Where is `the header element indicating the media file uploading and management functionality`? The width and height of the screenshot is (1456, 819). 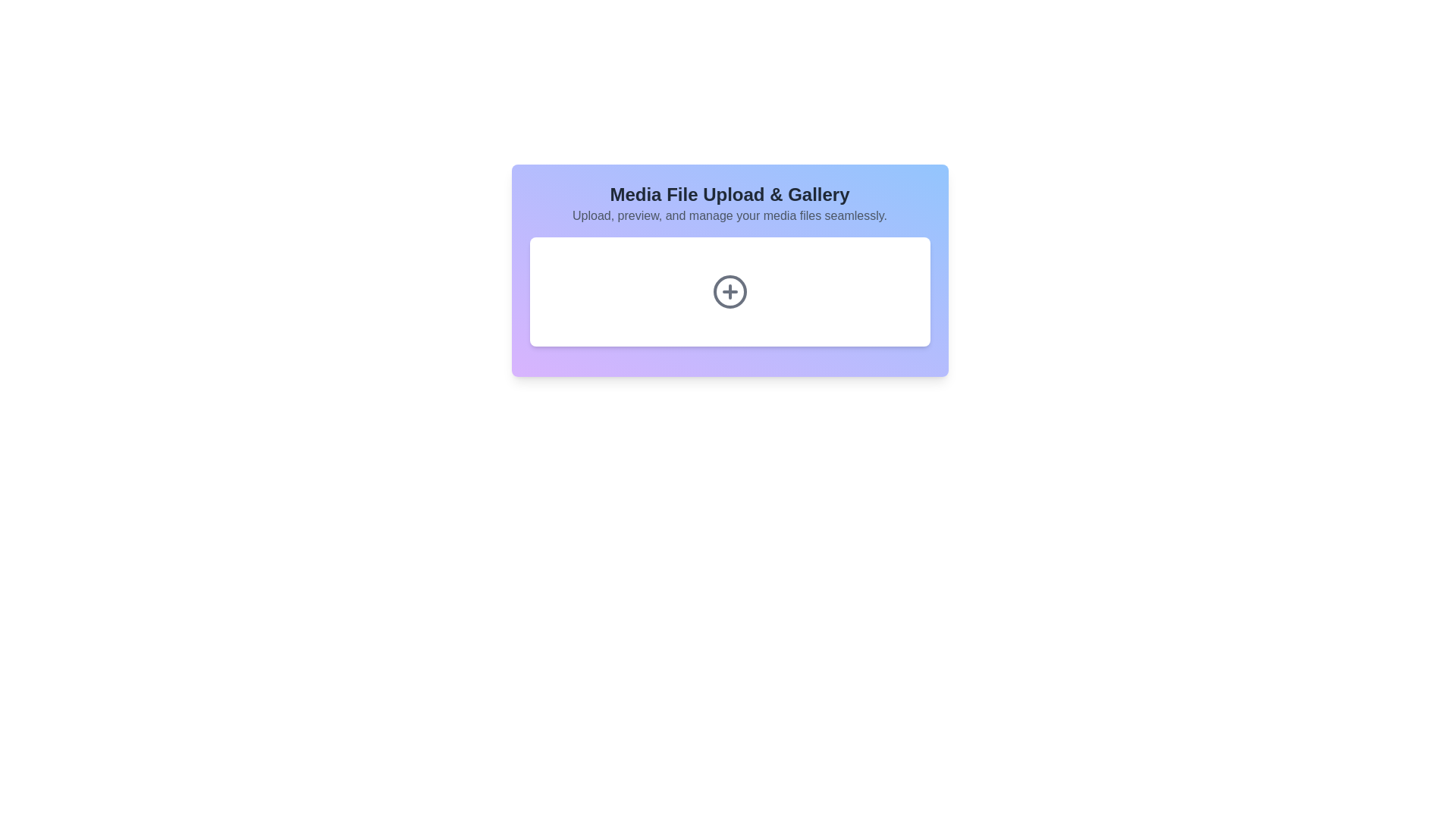 the header element indicating the media file uploading and management functionality is located at coordinates (730, 194).